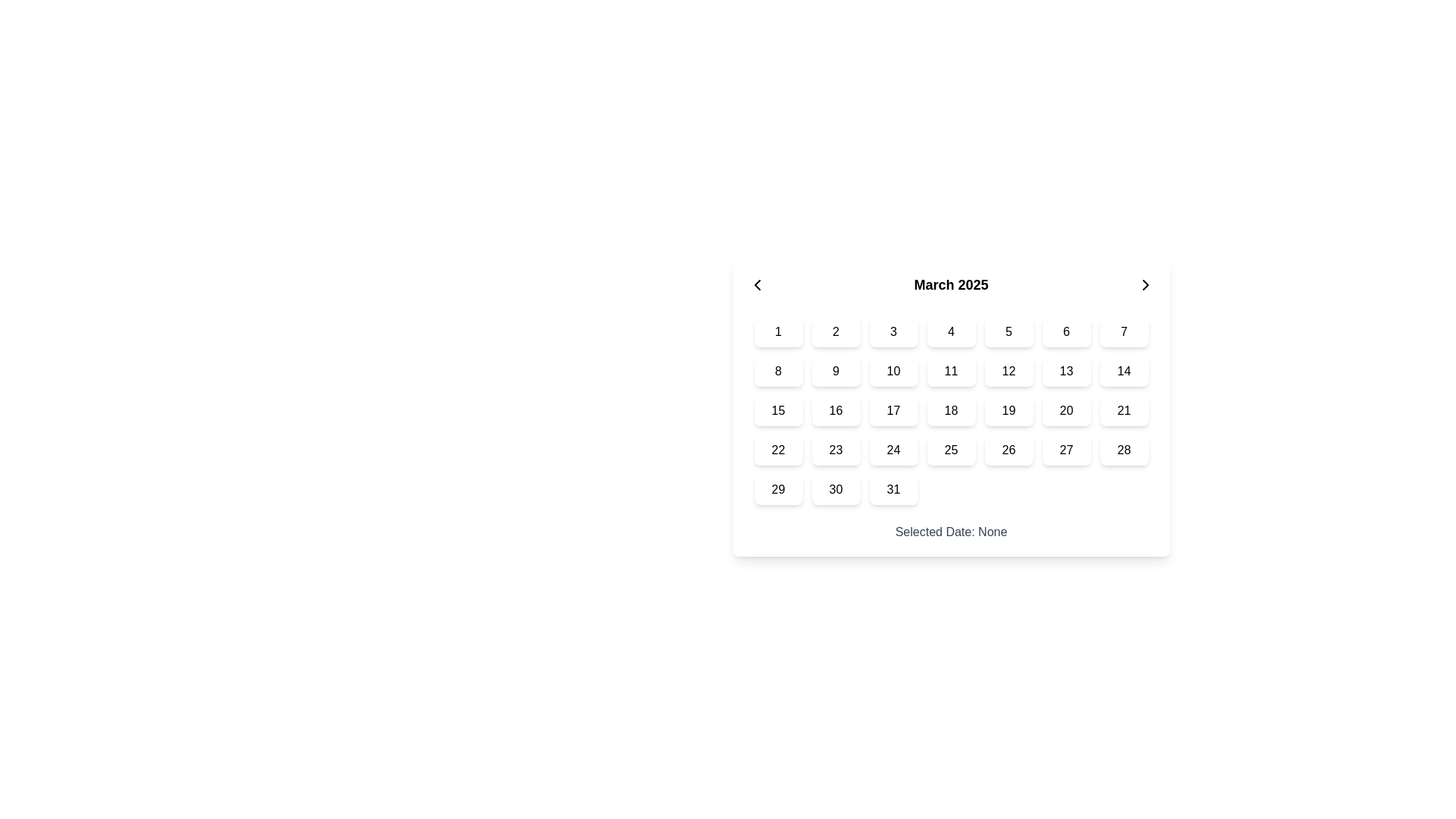 This screenshot has height=819, width=1456. I want to click on the date button in the Date Picker, so click(950, 406).